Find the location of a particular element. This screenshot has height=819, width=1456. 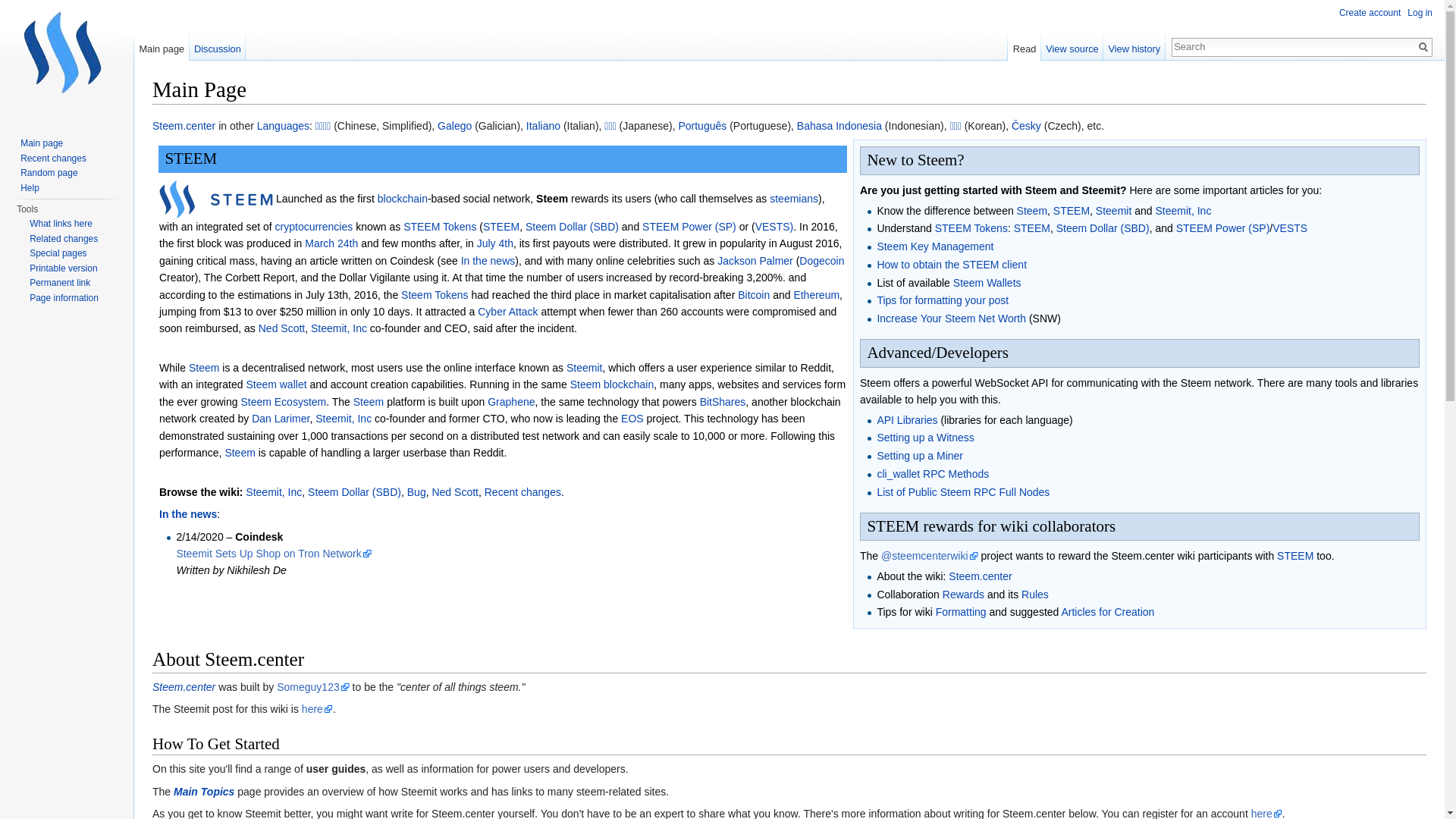

'View source' is located at coordinates (1072, 45).